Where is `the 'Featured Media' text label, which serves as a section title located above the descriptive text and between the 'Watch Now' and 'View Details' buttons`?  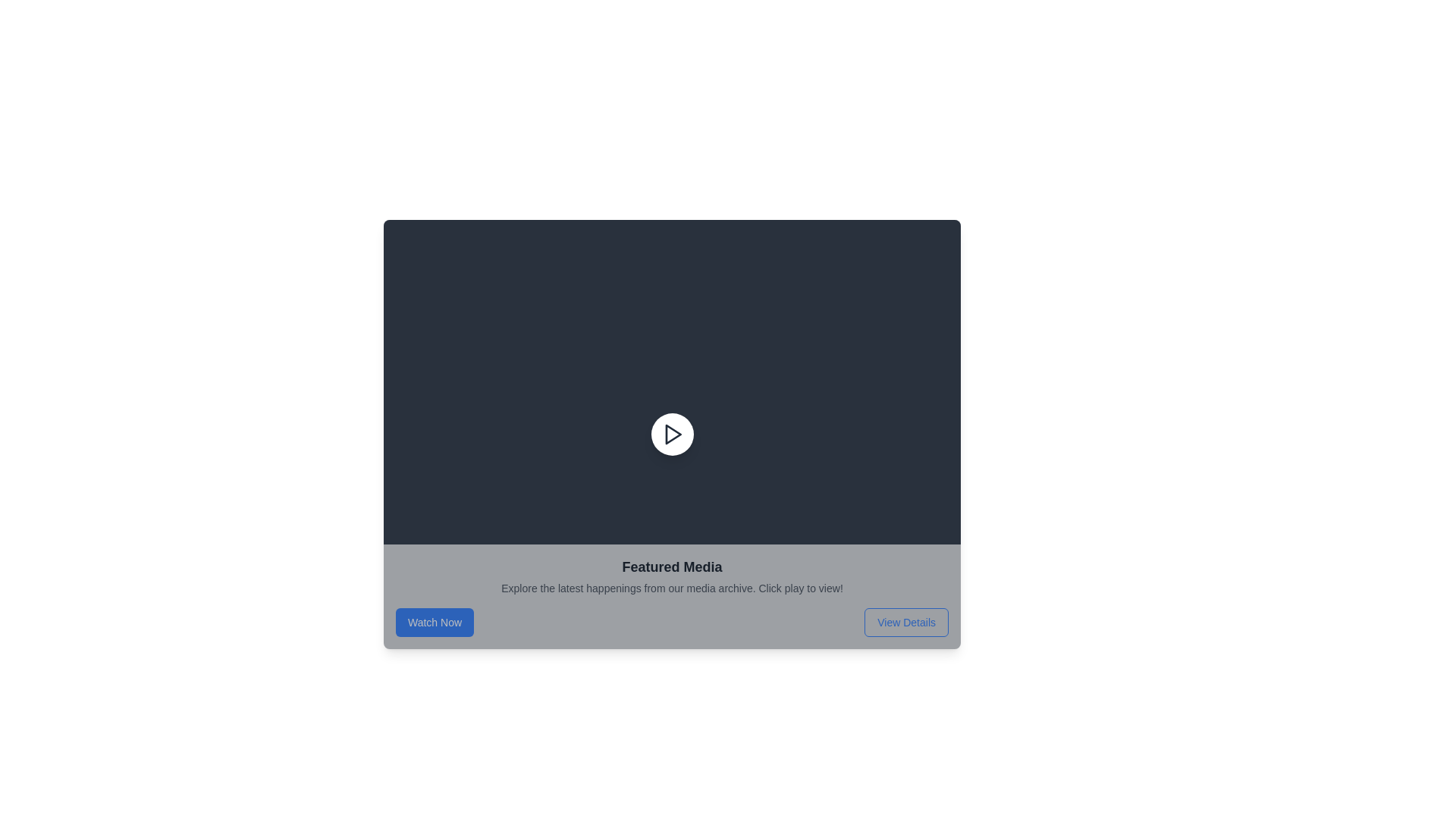 the 'Featured Media' text label, which serves as a section title located above the descriptive text and between the 'Watch Now' and 'View Details' buttons is located at coordinates (671, 567).